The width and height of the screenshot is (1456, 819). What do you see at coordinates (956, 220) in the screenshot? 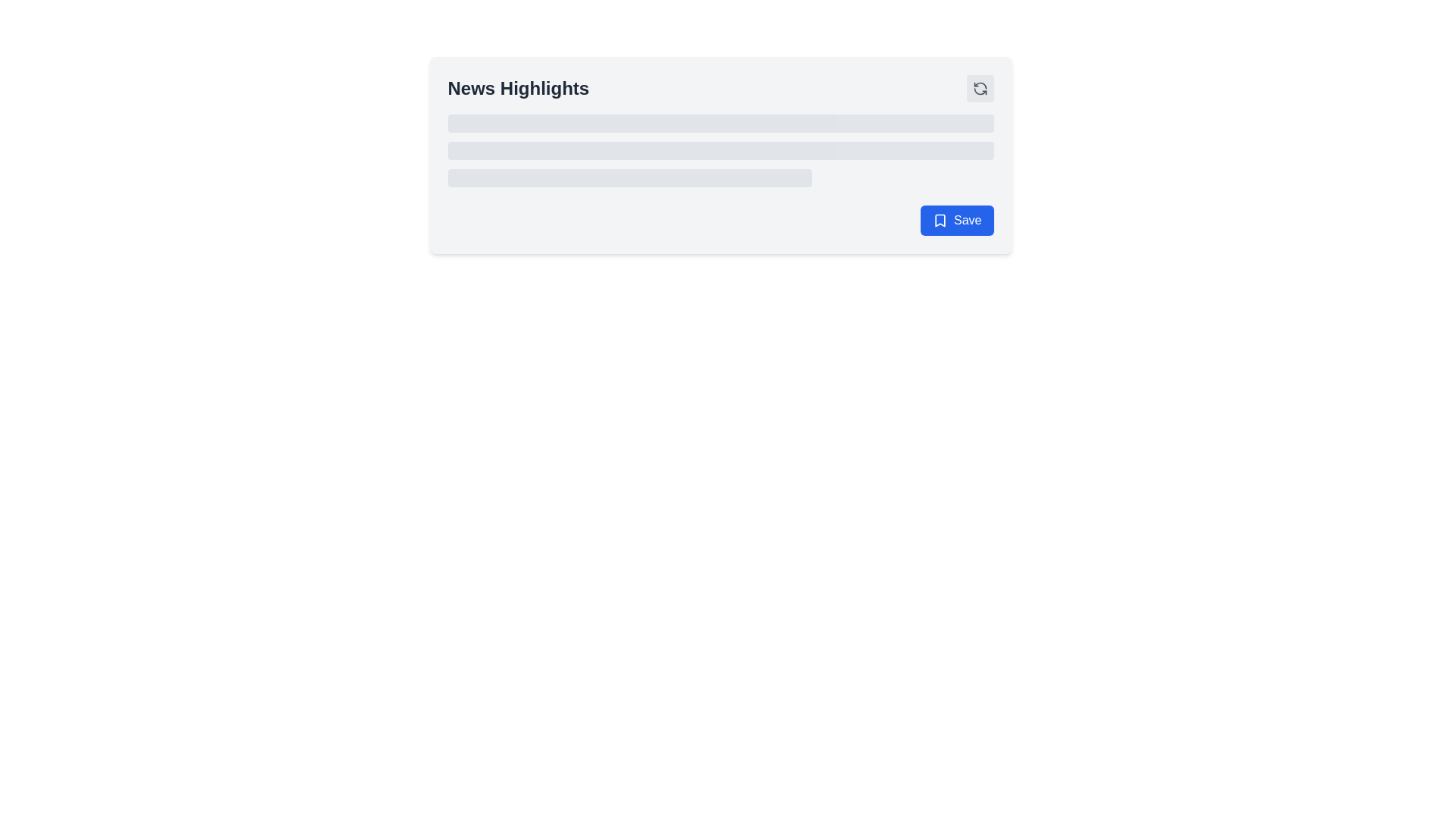
I see `the 'Save' button with a blue background and white text, located in the bottom-right corner of the 'News Highlights' card UI` at bounding box center [956, 220].